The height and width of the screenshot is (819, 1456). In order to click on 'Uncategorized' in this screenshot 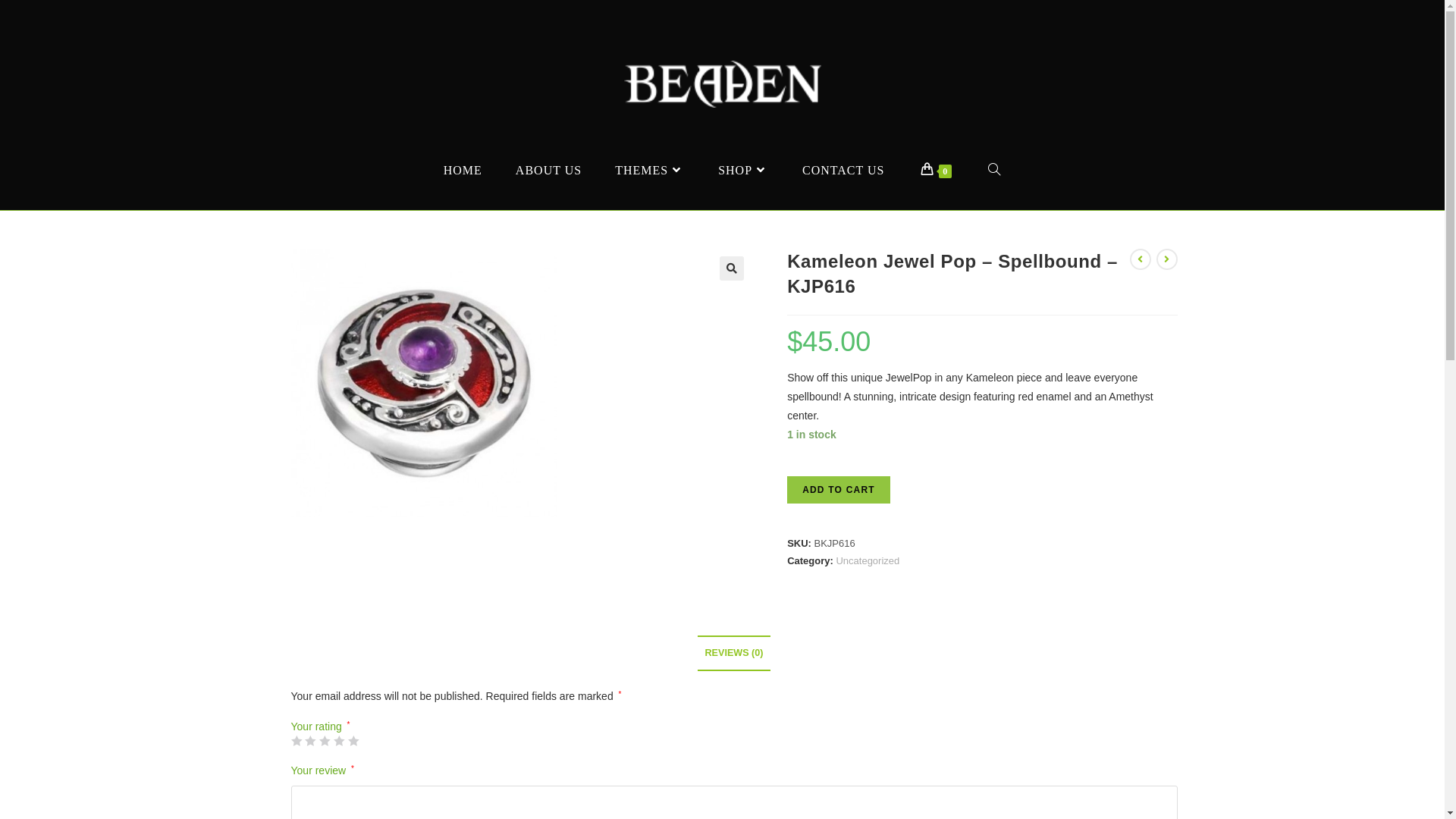, I will do `click(867, 560)`.